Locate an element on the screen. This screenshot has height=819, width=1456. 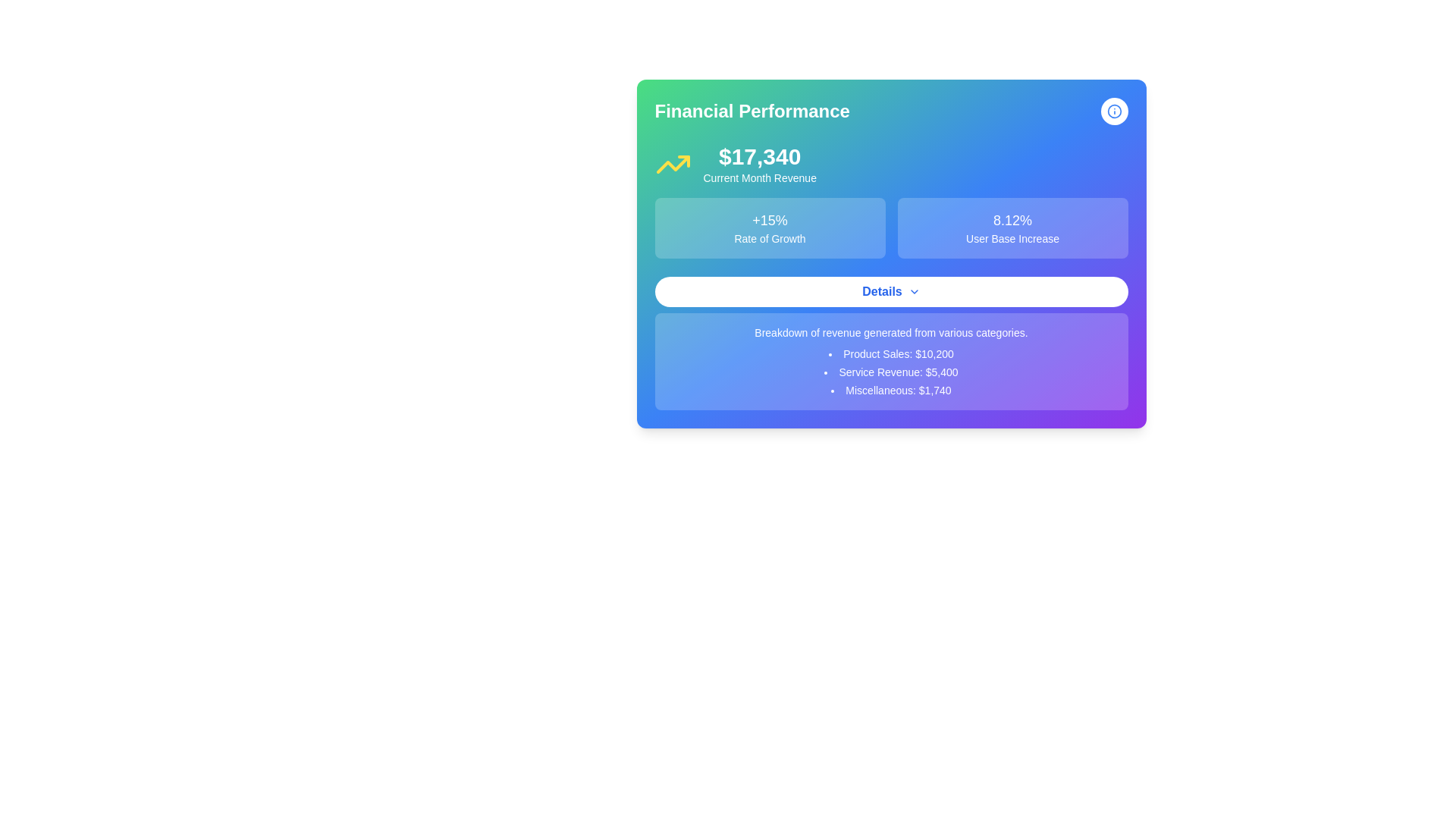
the descriptive label located below the numerical value '8.12%' within the card widget that has rounded corners and a light blue transparent background is located at coordinates (1012, 239).